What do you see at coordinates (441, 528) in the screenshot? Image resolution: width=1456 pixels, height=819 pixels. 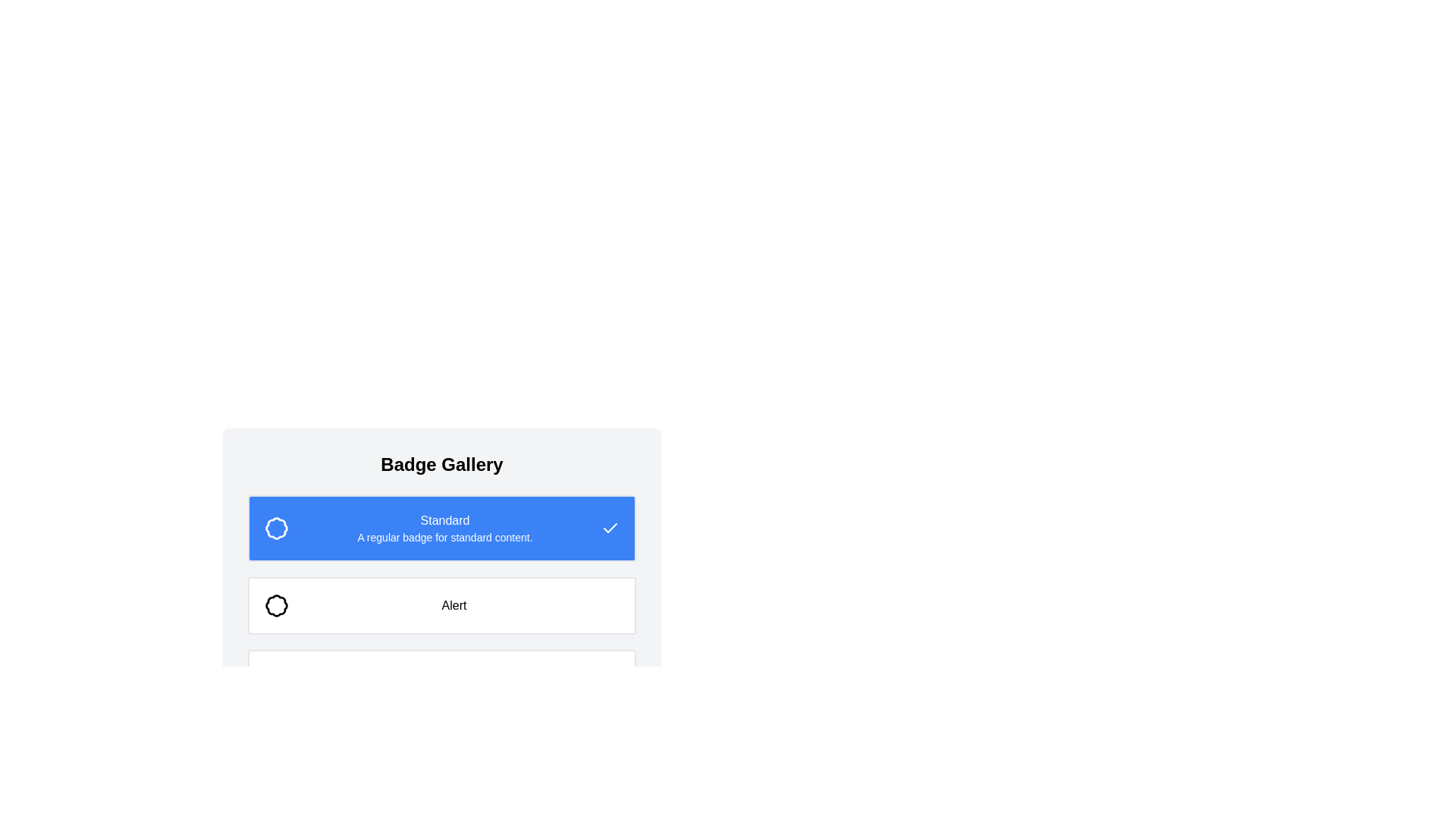 I see `the first card` at bounding box center [441, 528].